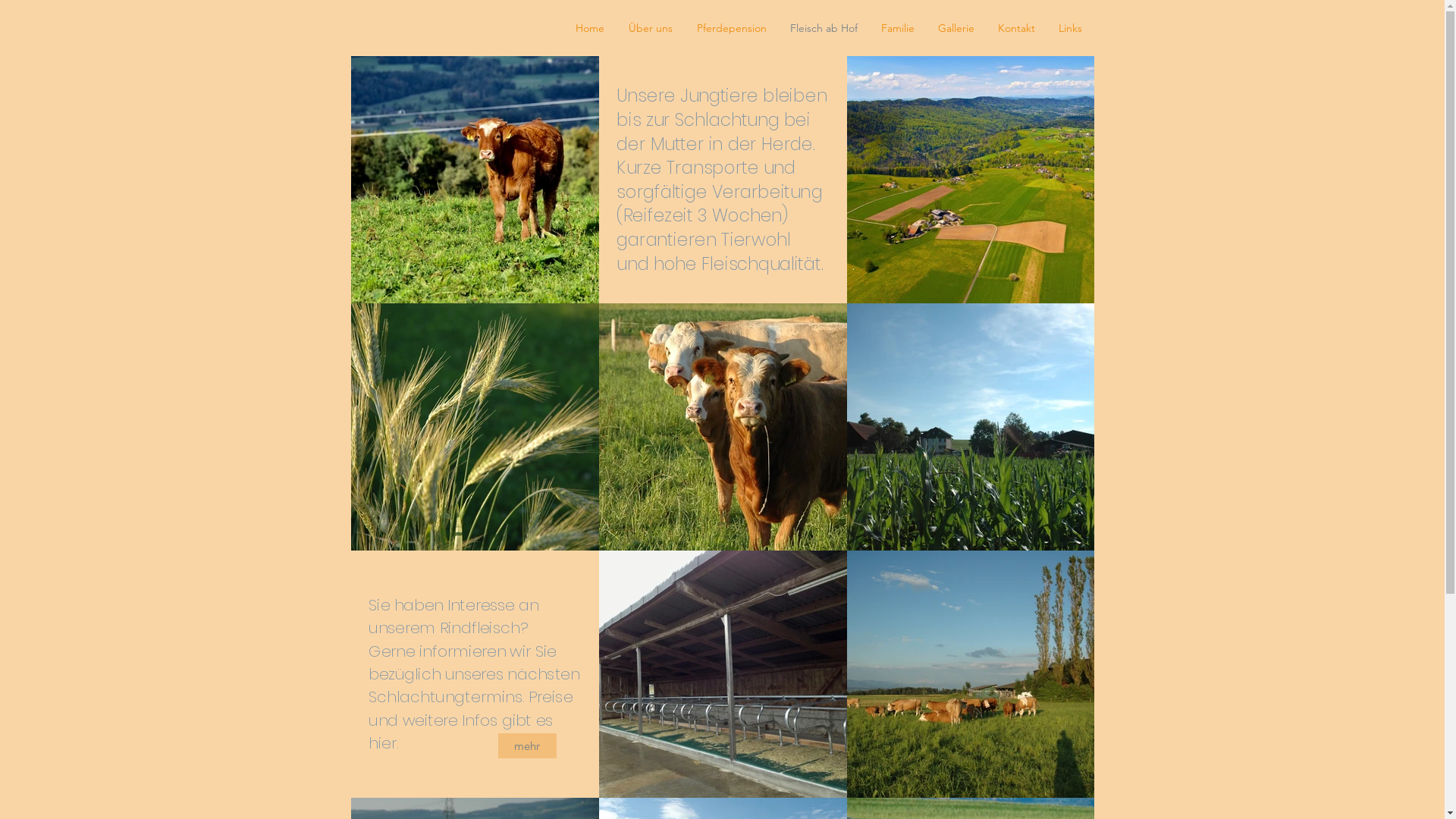 The width and height of the screenshot is (1456, 819). What do you see at coordinates (1015, 28) in the screenshot?
I see `'Kontakt'` at bounding box center [1015, 28].